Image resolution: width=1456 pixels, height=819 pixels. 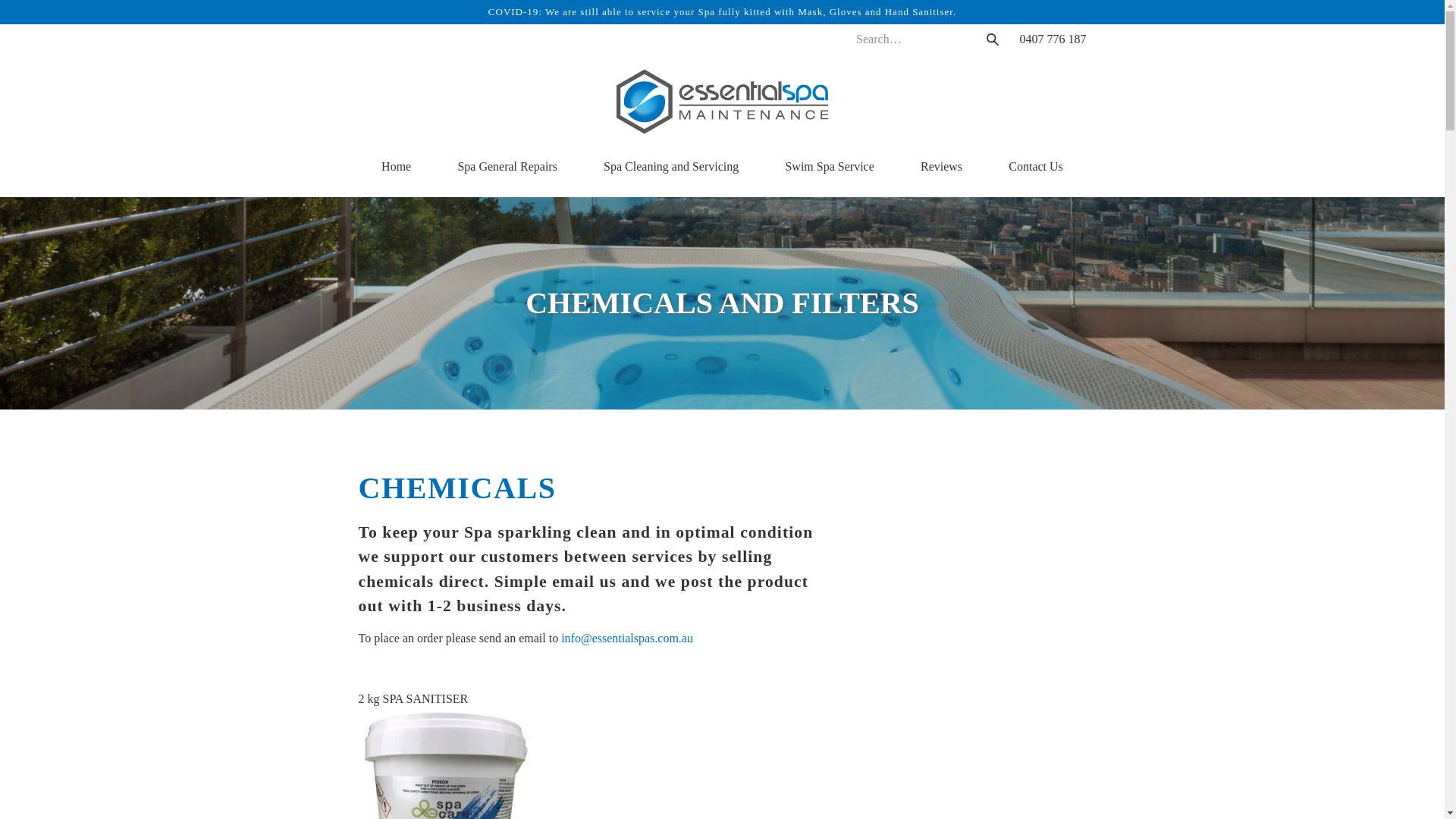 I want to click on 'Search', so click(x=991, y=38).